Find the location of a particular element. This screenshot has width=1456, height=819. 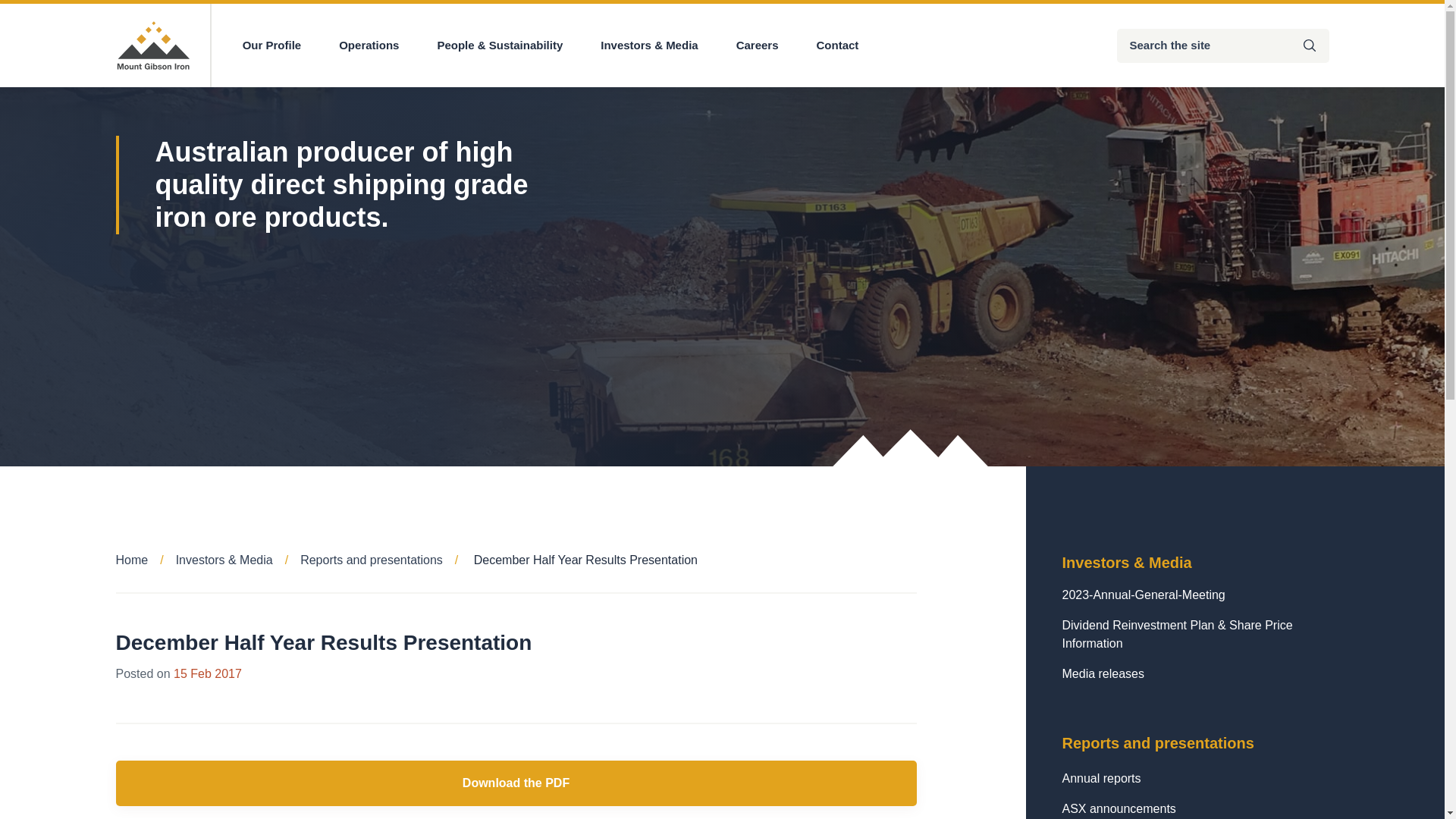

'Reports and presentations' is located at coordinates (385, 560).